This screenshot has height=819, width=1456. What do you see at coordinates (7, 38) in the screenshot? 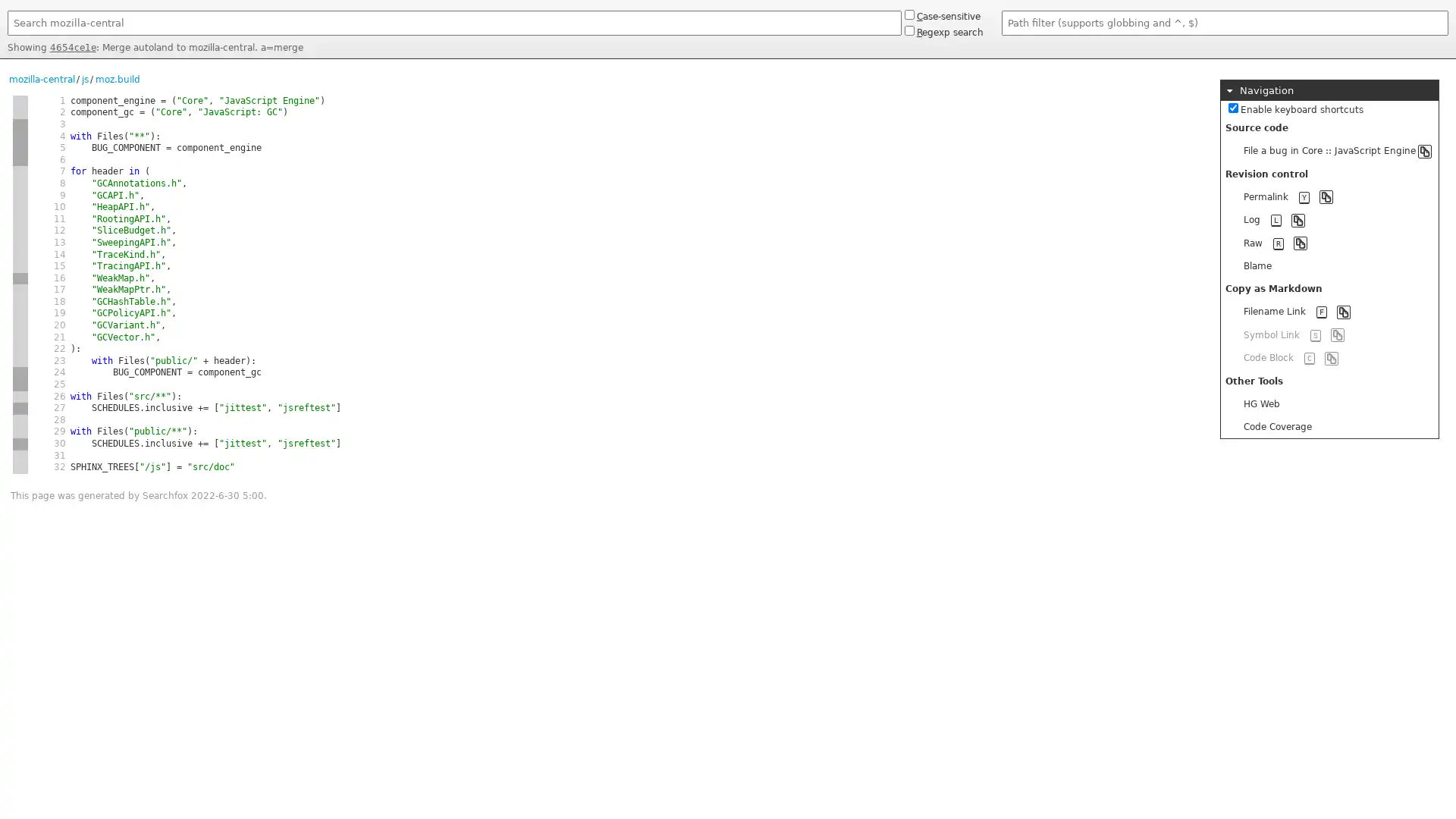
I see `Search` at bounding box center [7, 38].